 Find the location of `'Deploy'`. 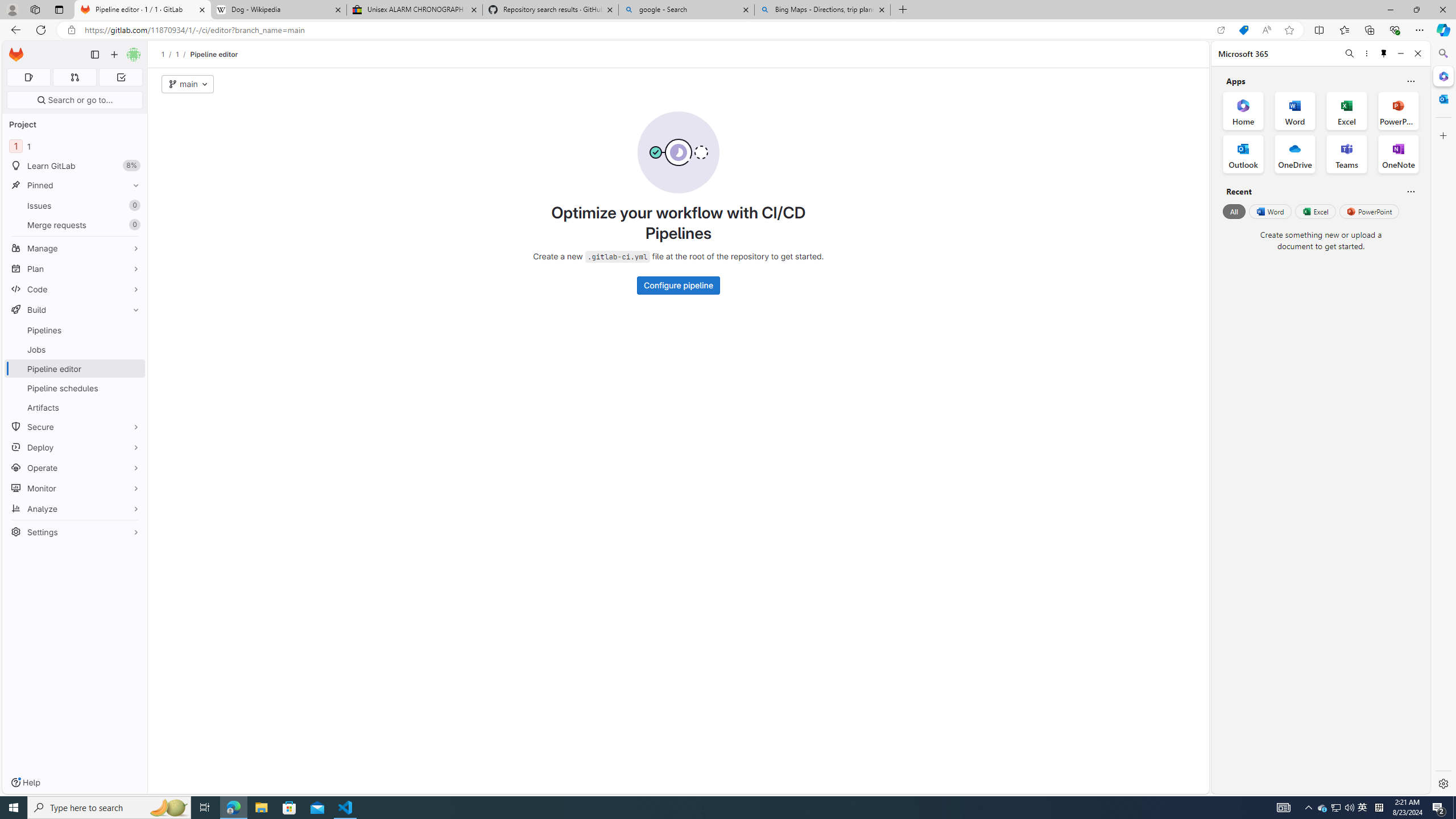

'Deploy' is located at coordinates (74, 446).